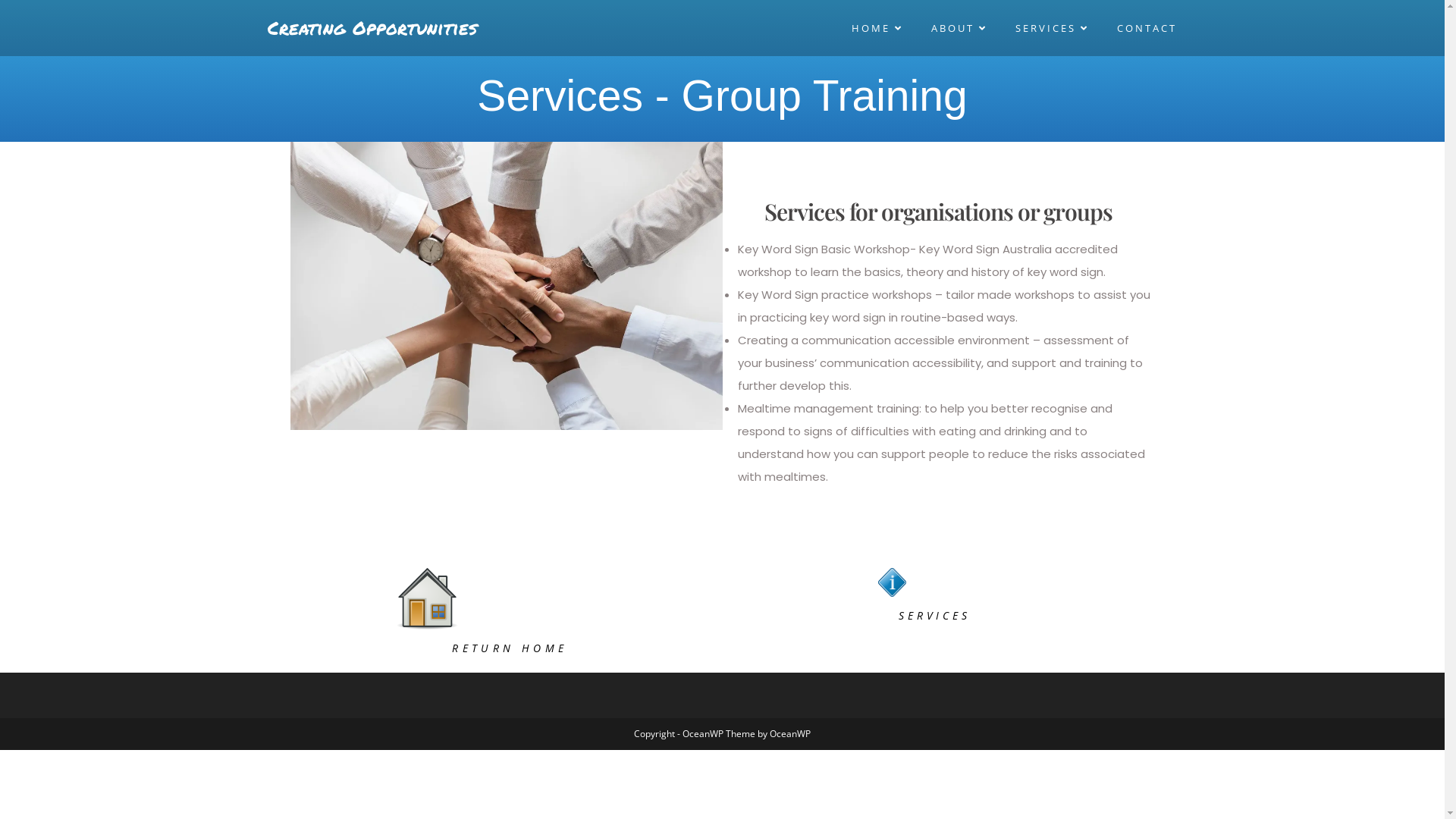 The image size is (1456, 819). What do you see at coordinates (371, 27) in the screenshot?
I see `'Creating Opportunities'` at bounding box center [371, 27].